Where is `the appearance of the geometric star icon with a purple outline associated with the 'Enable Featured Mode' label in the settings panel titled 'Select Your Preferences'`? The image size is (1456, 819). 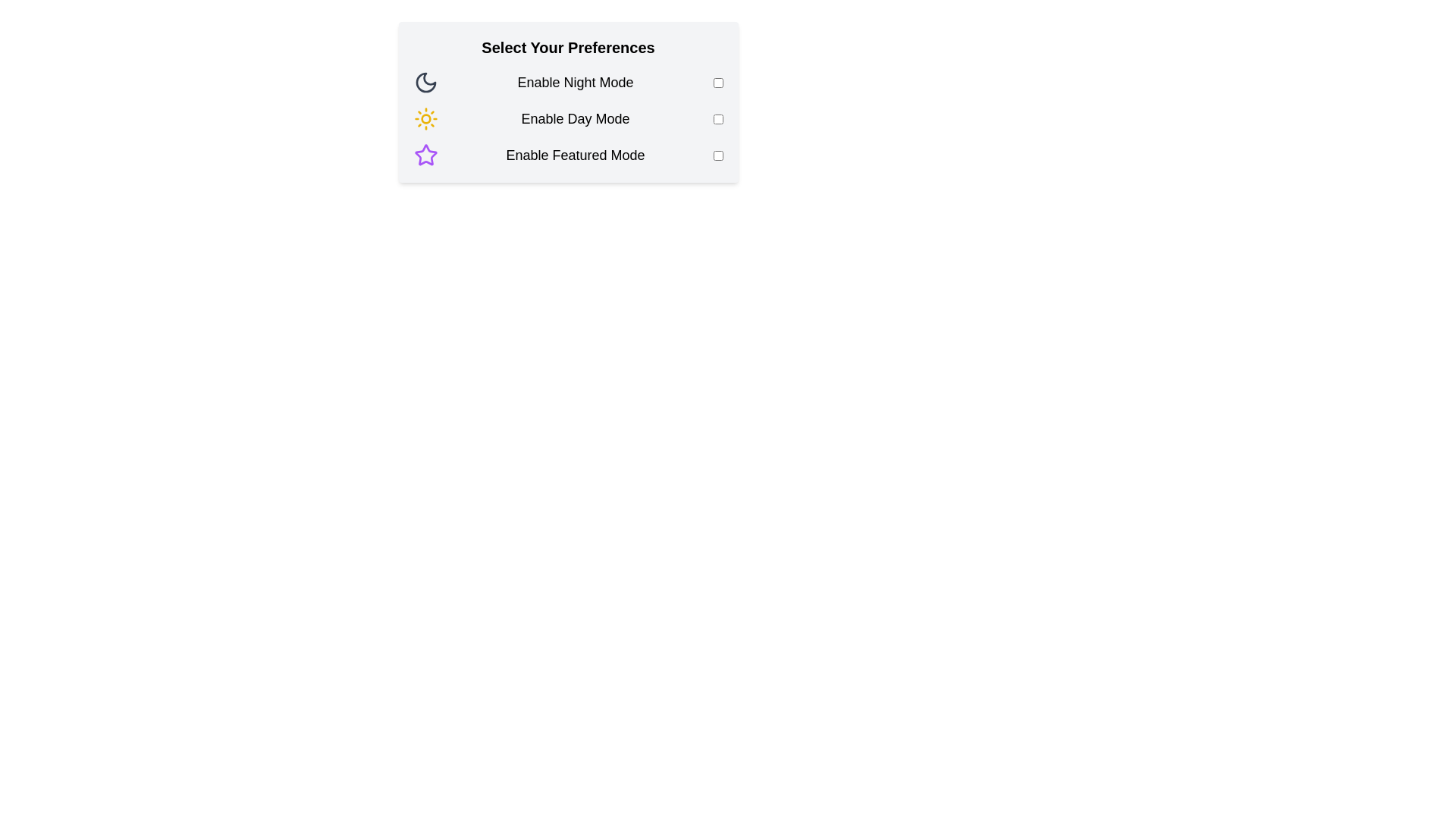
the appearance of the geometric star icon with a purple outline associated with the 'Enable Featured Mode' label in the settings panel titled 'Select Your Preferences' is located at coordinates (425, 155).